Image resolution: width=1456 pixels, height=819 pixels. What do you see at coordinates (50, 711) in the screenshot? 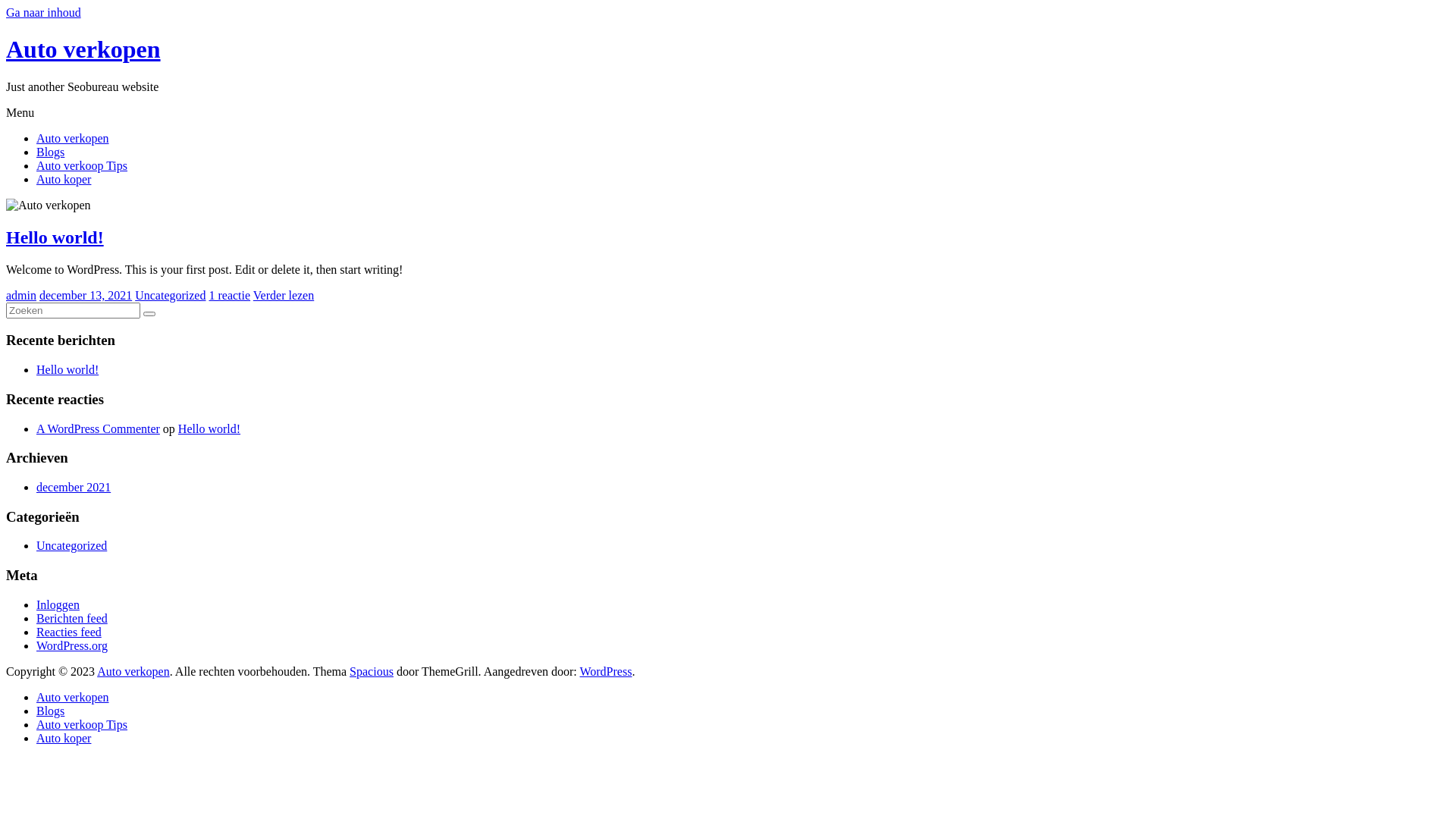
I see `'Blogs'` at bounding box center [50, 711].